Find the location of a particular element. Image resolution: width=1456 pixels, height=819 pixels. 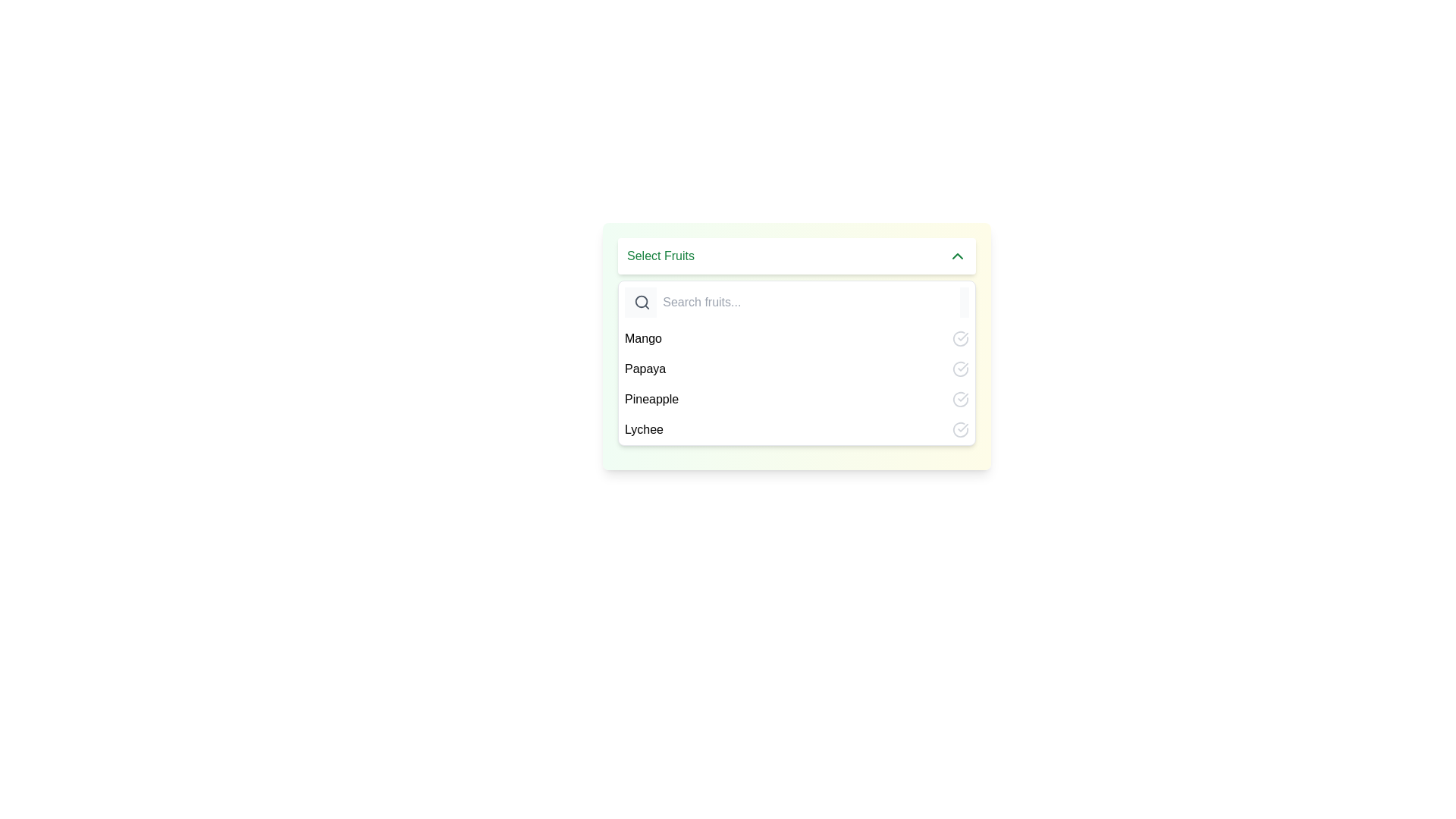

the selectable list item representing the 'Lychee' option in the dropdown menu is located at coordinates (796, 430).